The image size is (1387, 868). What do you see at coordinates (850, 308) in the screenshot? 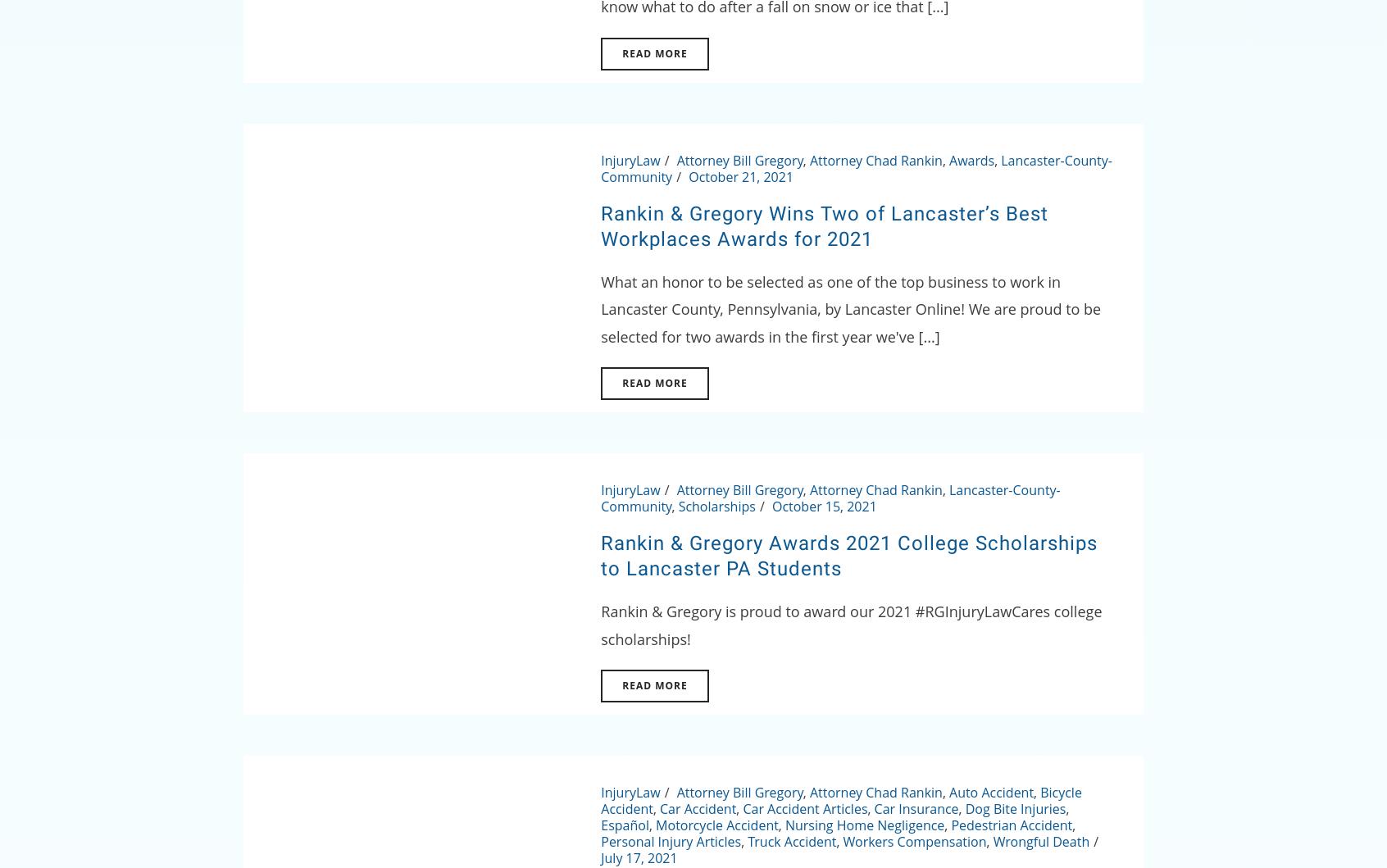
I see `'What an honor to be selected as one of the top business to work in Lancaster County, Pennsylvania, by Lancaster Online! We are proud to be selected for two awards in the first year we've [...]'` at bounding box center [850, 308].